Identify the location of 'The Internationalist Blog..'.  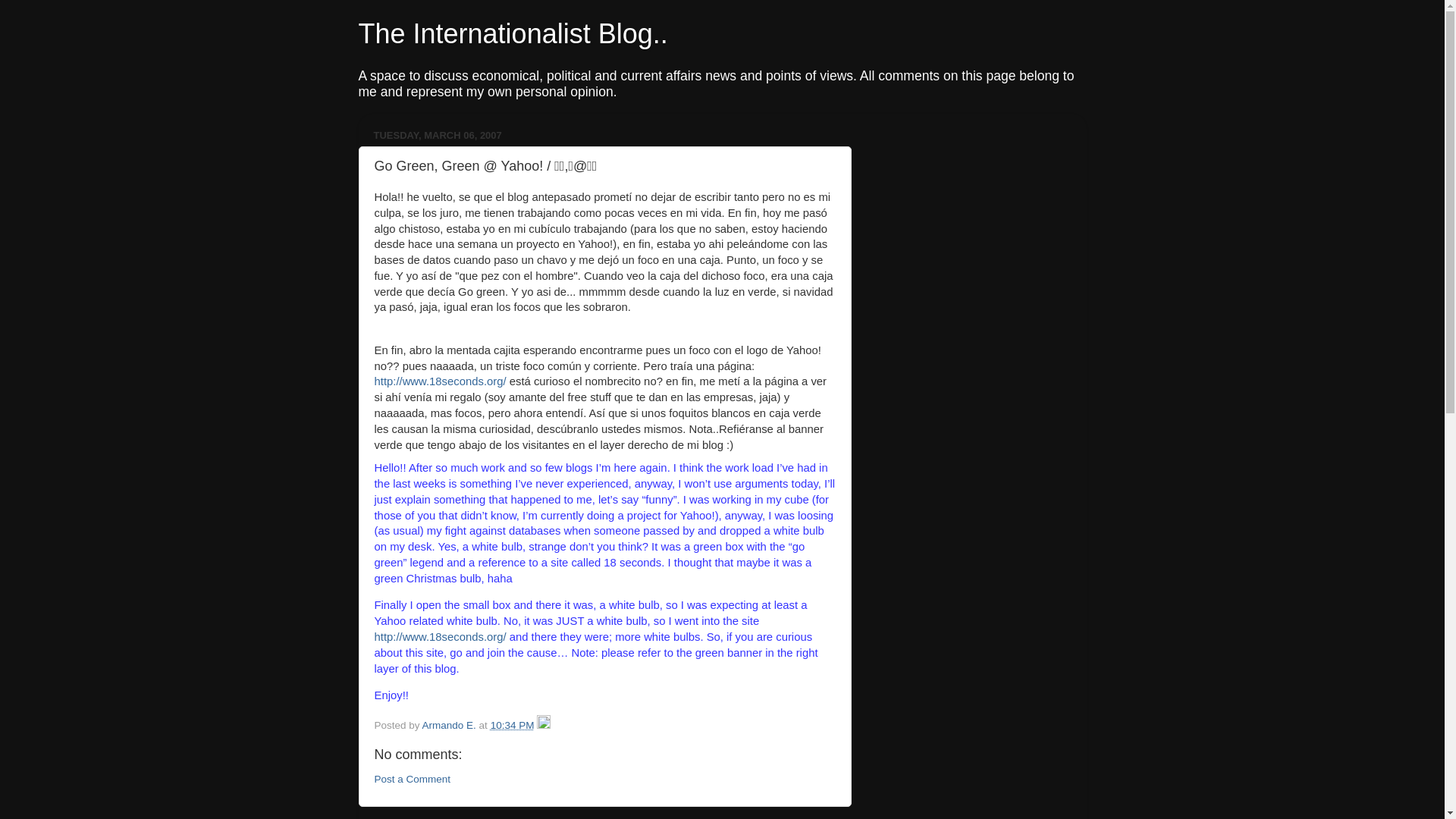
(513, 33).